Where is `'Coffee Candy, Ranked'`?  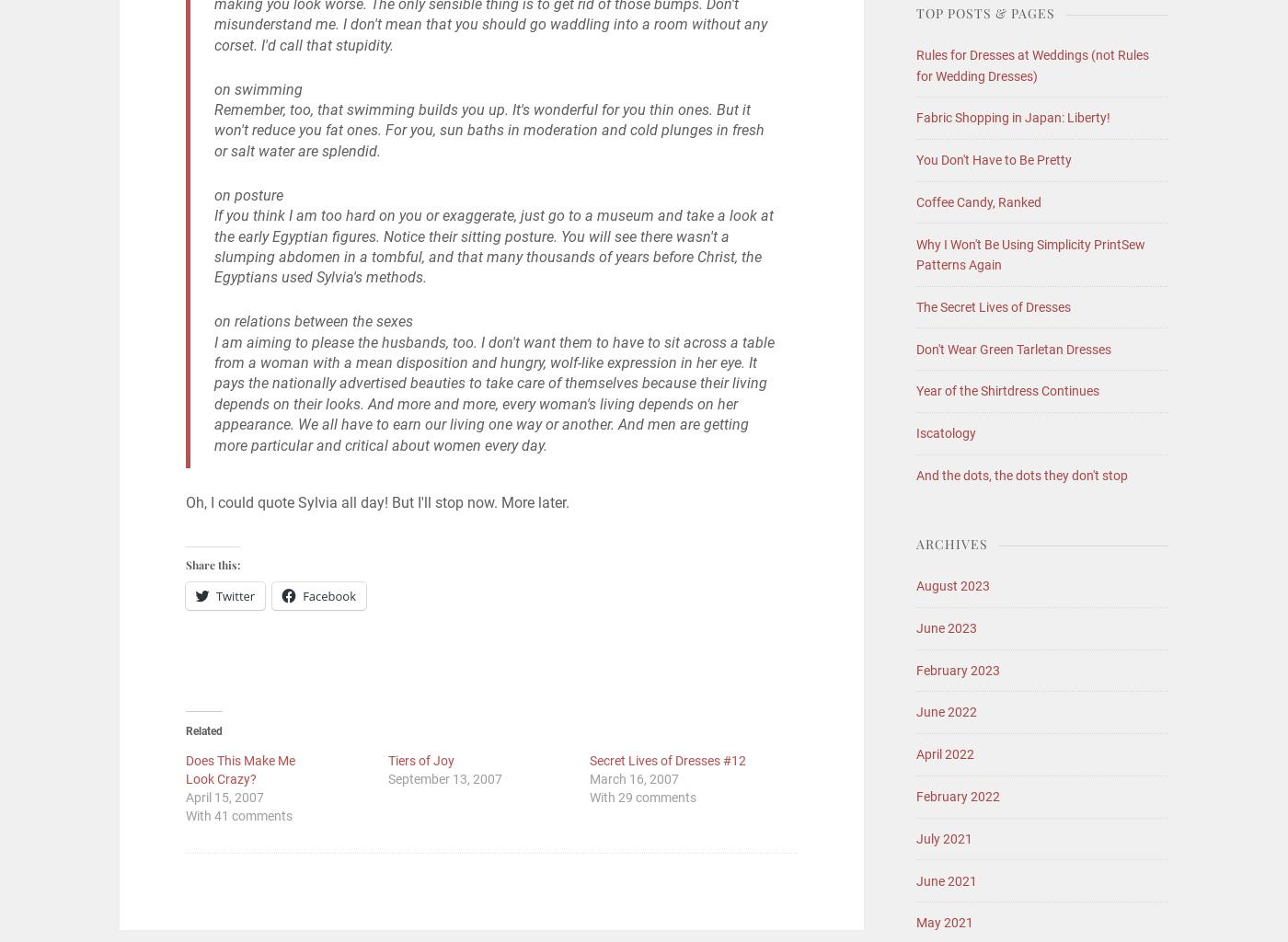
'Coffee Candy, Ranked' is located at coordinates (915, 201).